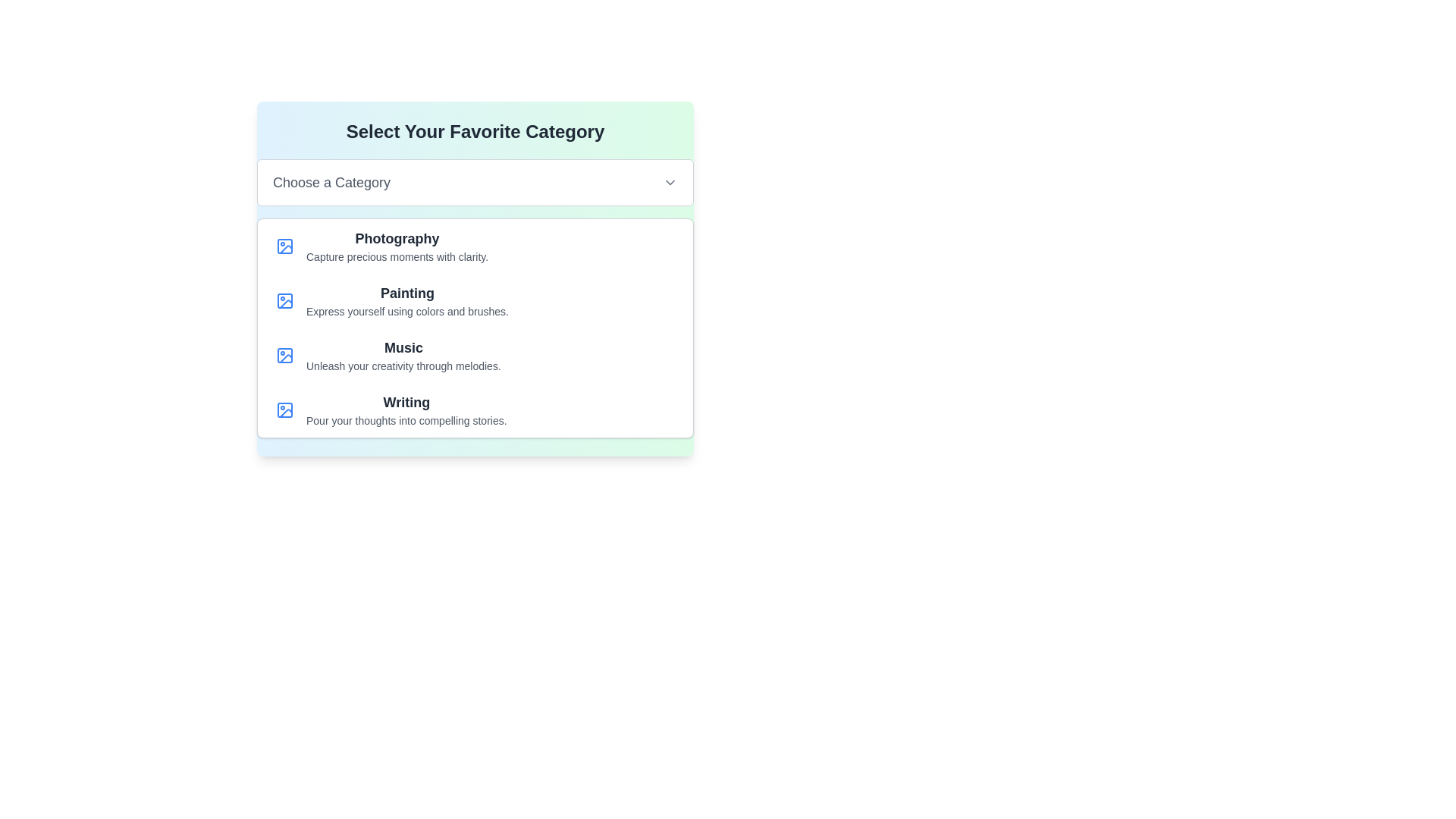  What do you see at coordinates (403, 366) in the screenshot?
I see `the gray styled text label located directly beneath the 'Music' heading in the list of categories` at bounding box center [403, 366].